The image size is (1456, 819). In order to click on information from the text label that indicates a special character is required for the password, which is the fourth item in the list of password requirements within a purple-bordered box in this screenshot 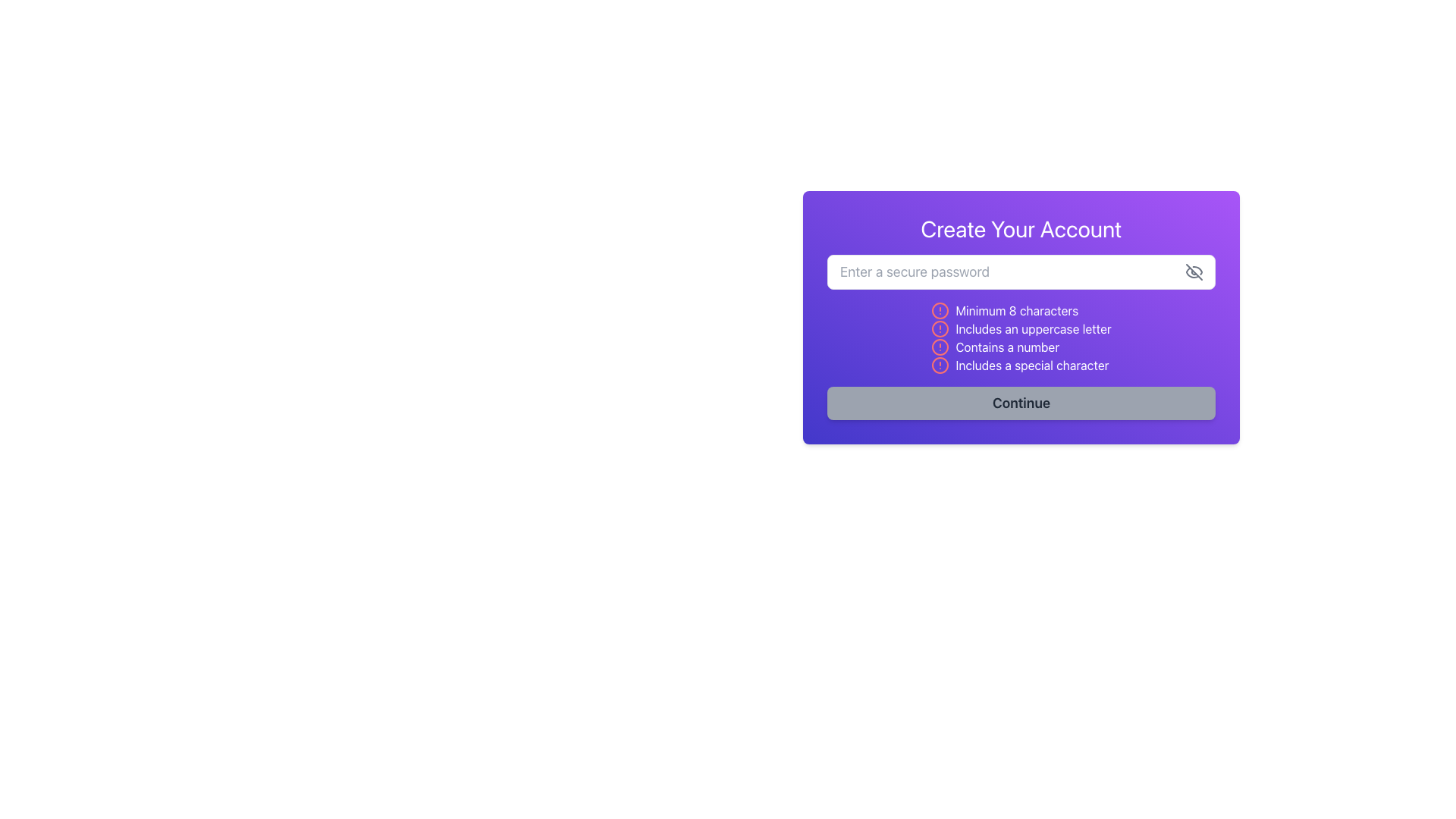, I will do `click(1031, 366)`.